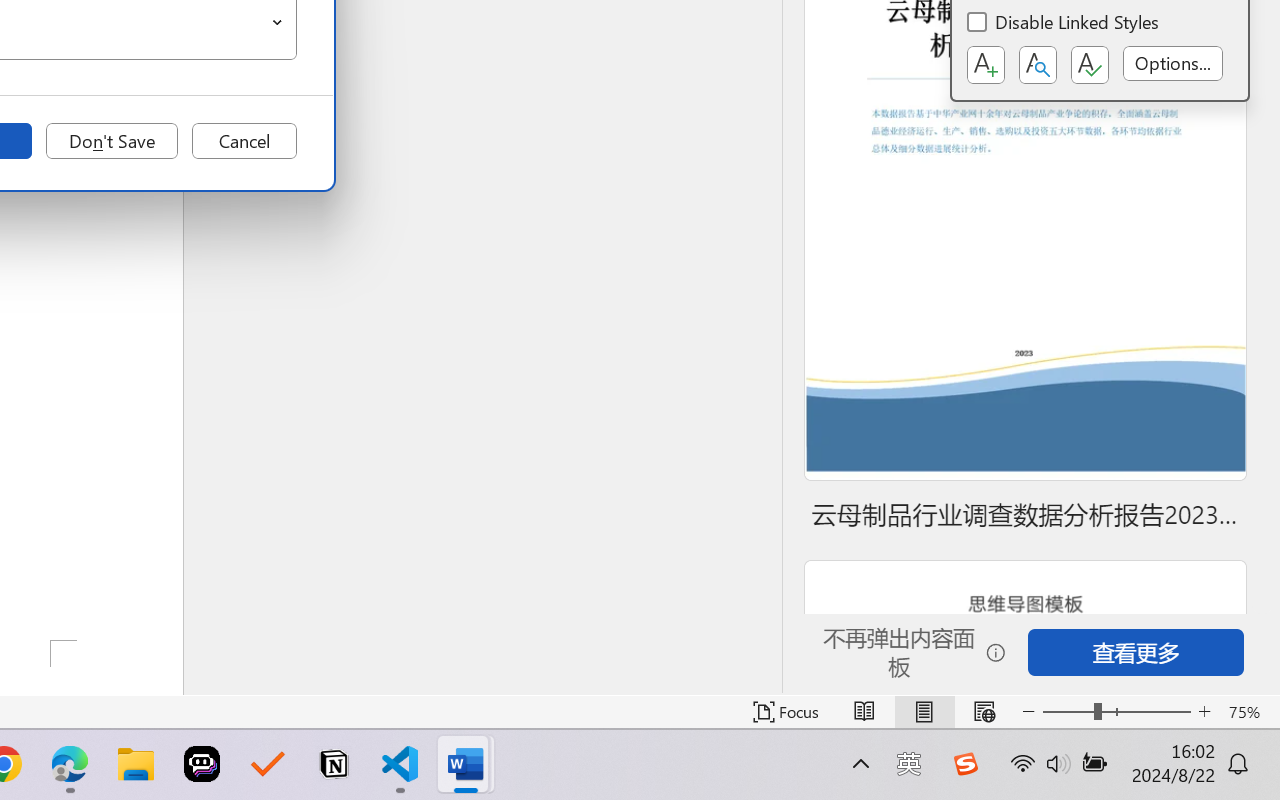 The image size is (1280, 800). What do you see at coordinates (785, 711) in the screenshot?
I see `'Focus '` at bounding box center [785, 711].